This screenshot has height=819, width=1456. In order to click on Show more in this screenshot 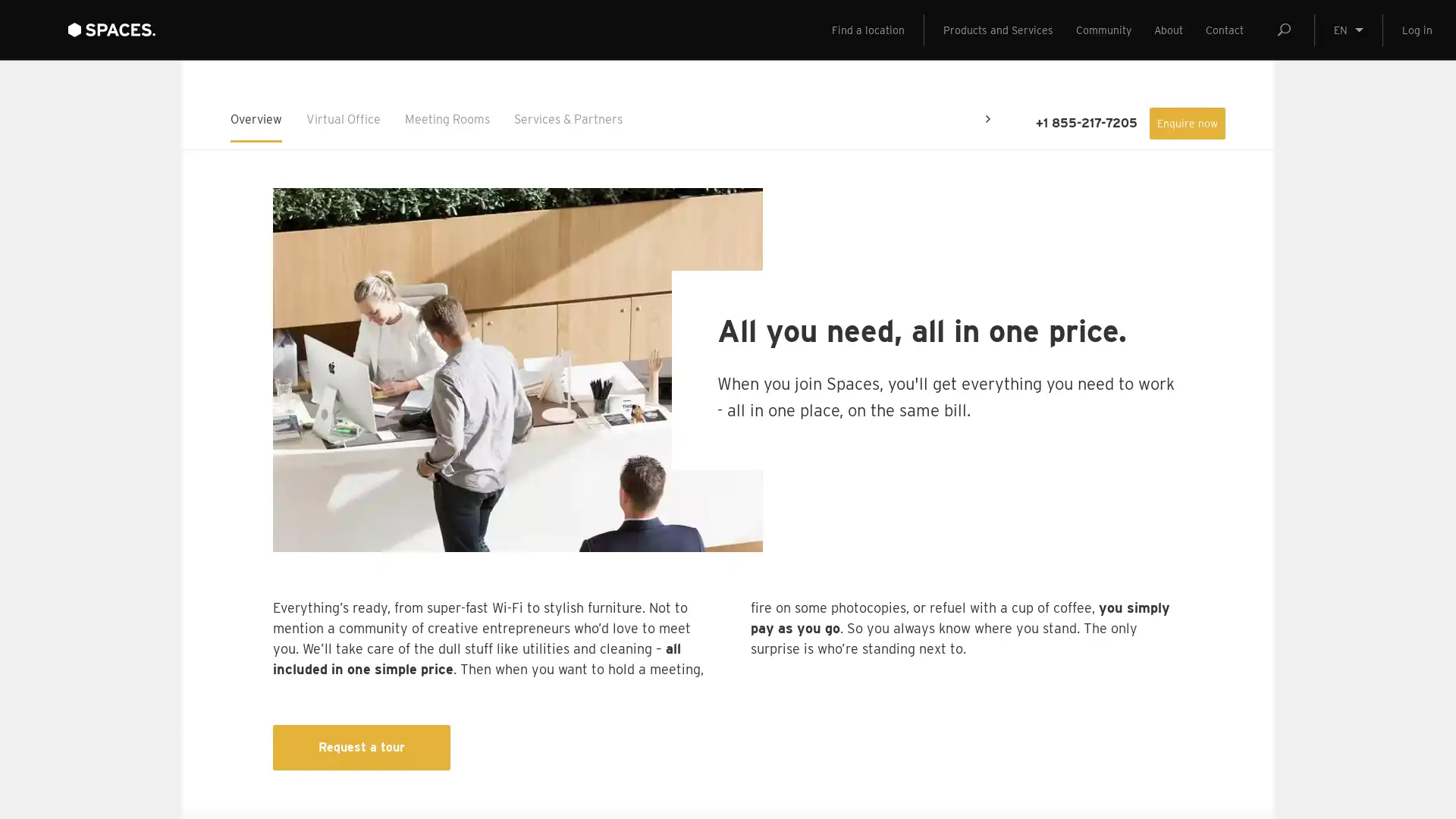, I will do `click(374, 695)`.